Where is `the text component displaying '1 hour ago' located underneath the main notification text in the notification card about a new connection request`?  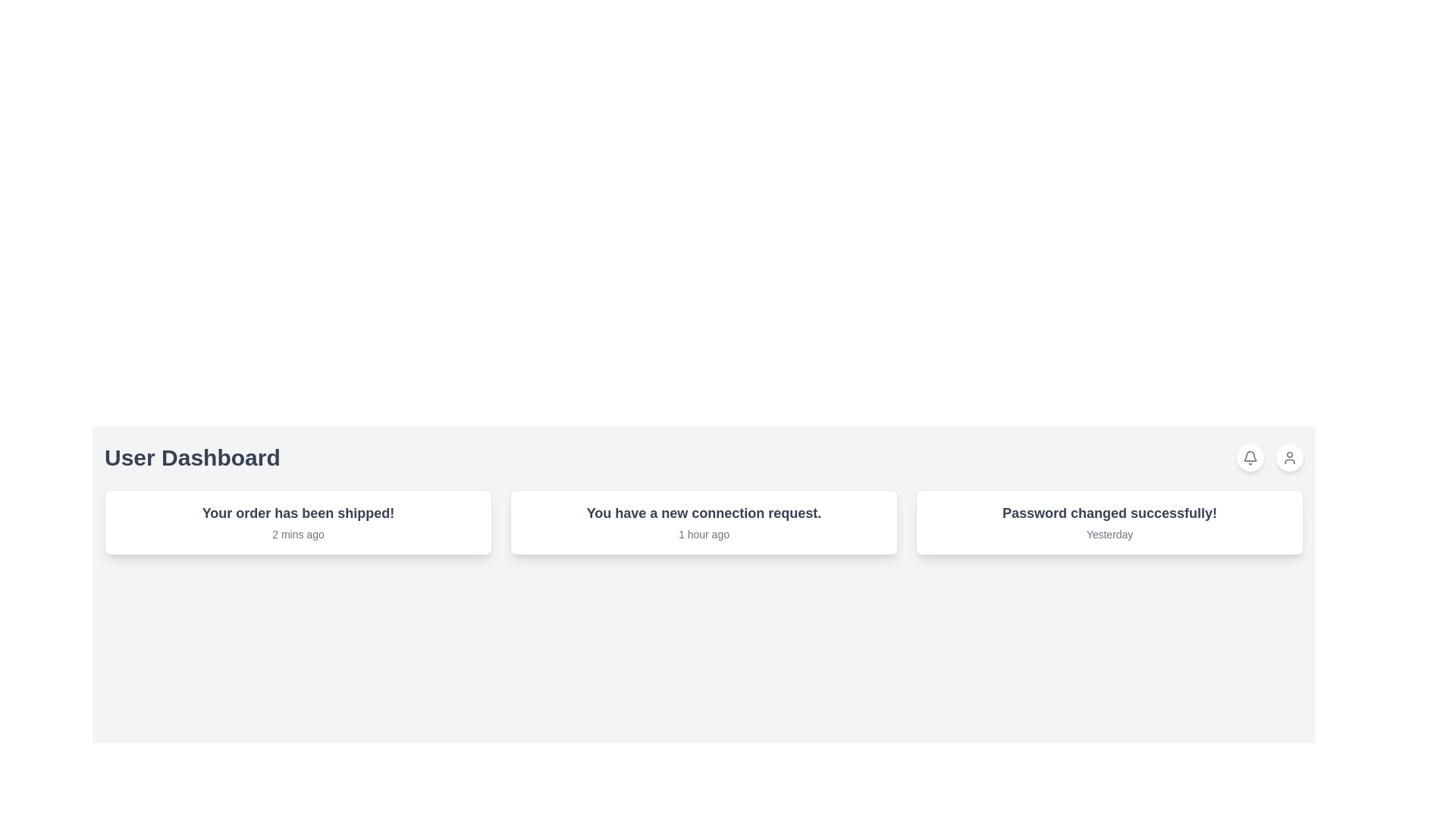
the text component displaying '1 hour ago' located underneath the main notification text in the notification card about a new connection request is located at coordinates (703, 534).